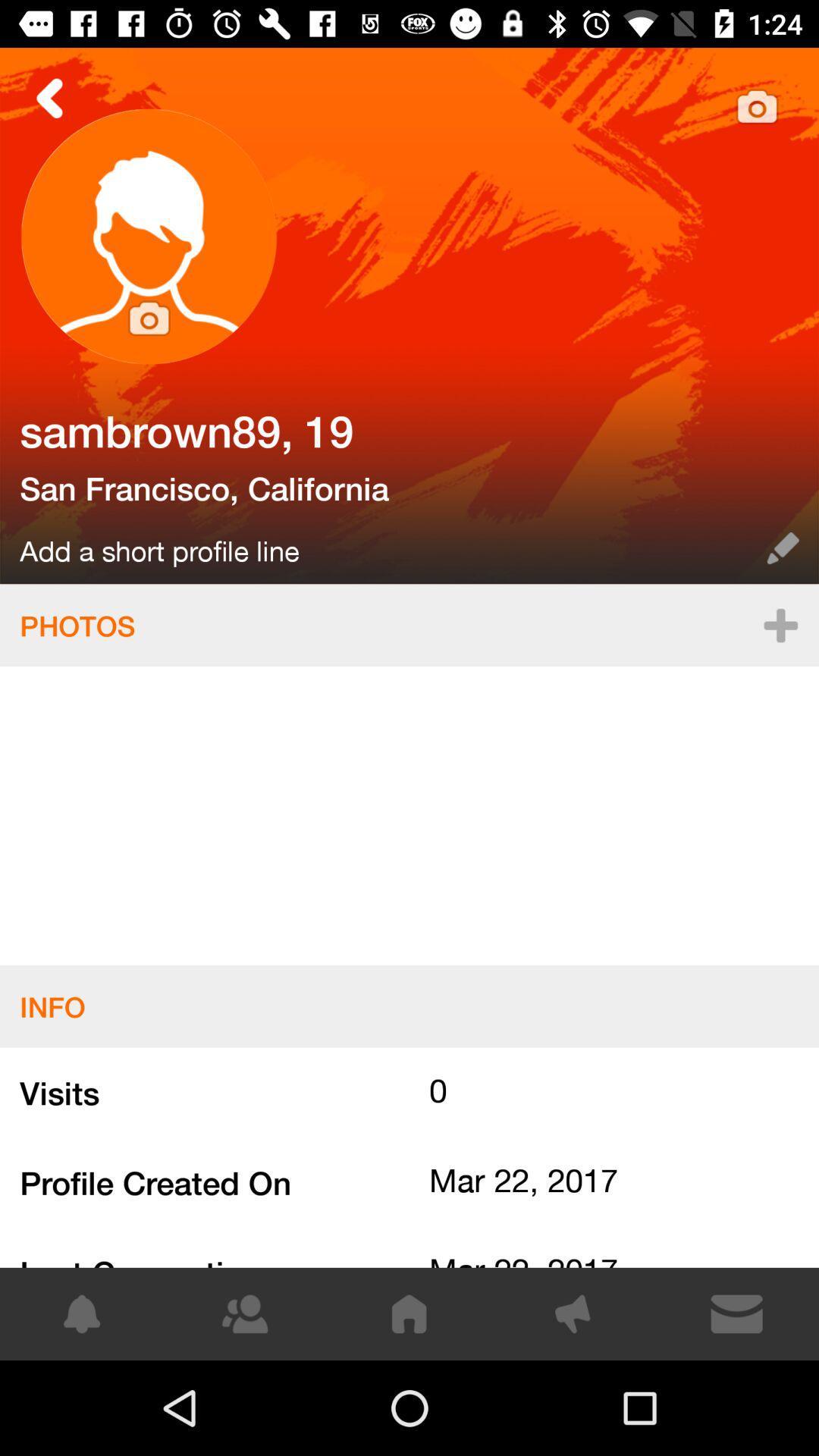 This screenshot has height=1456, width=819. What do you see at coordinates (783, 548) in the screenshot?
I see `the edit icon` at bounding box center [783, 548].